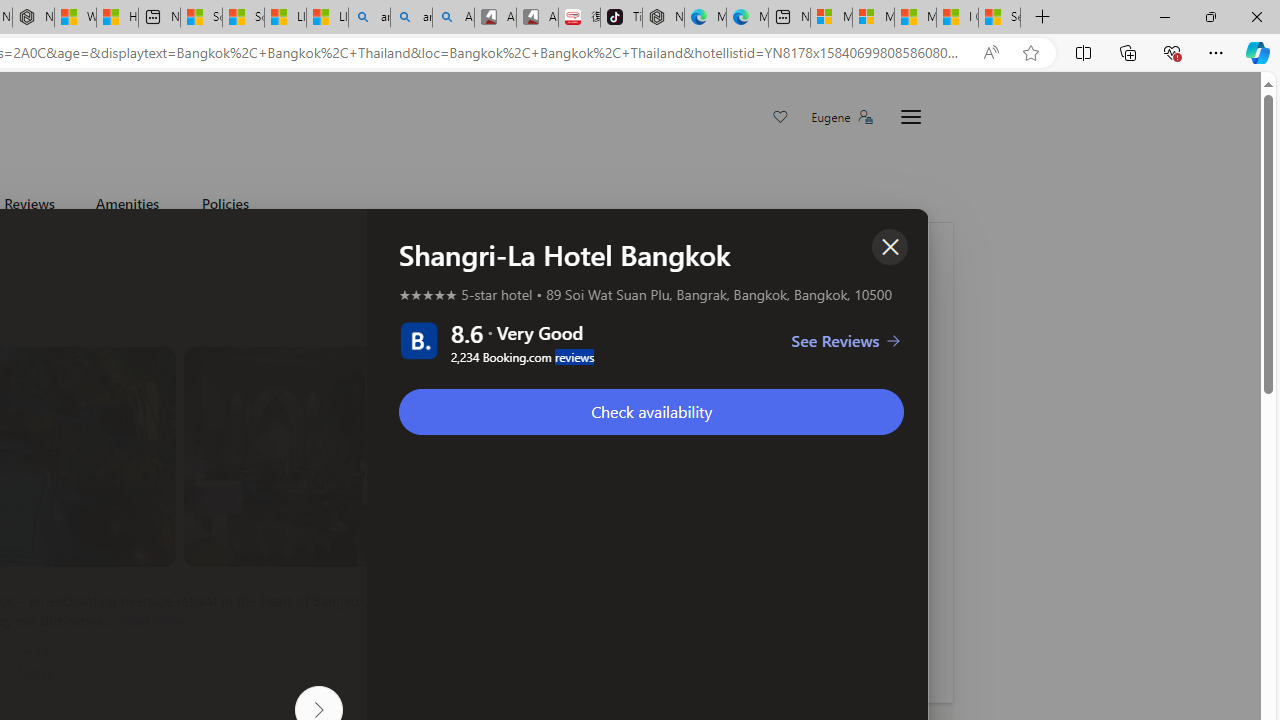 The image size is (1280, 720). Describe the element at coordinates (663, 17) in the screenshot. I see `'Nordace - Best Sellers'` at that location.